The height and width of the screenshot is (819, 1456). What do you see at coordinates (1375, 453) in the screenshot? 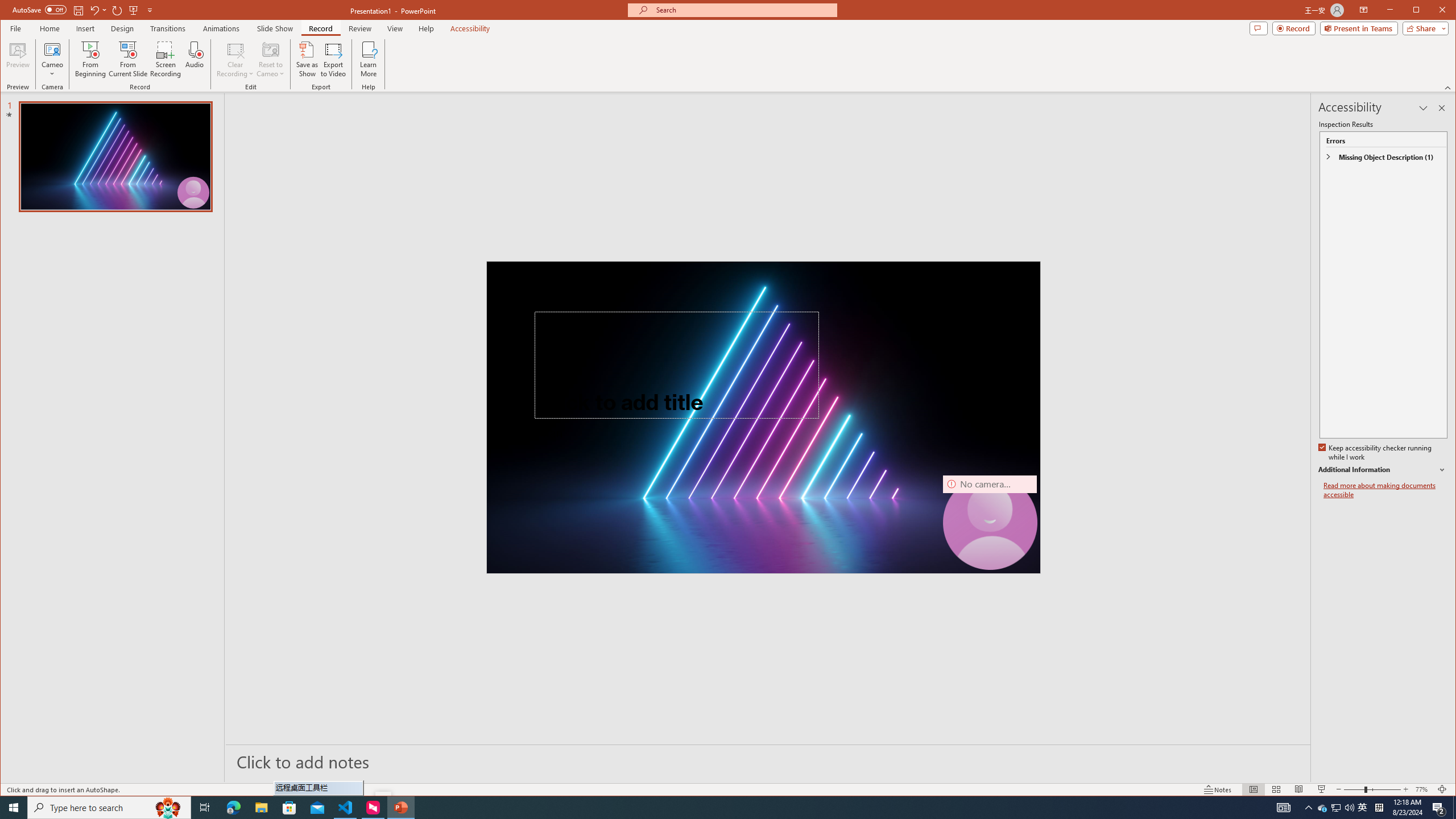
I see `'Keep accessibility checker running while I work'` at bounding box center [1375, 453].